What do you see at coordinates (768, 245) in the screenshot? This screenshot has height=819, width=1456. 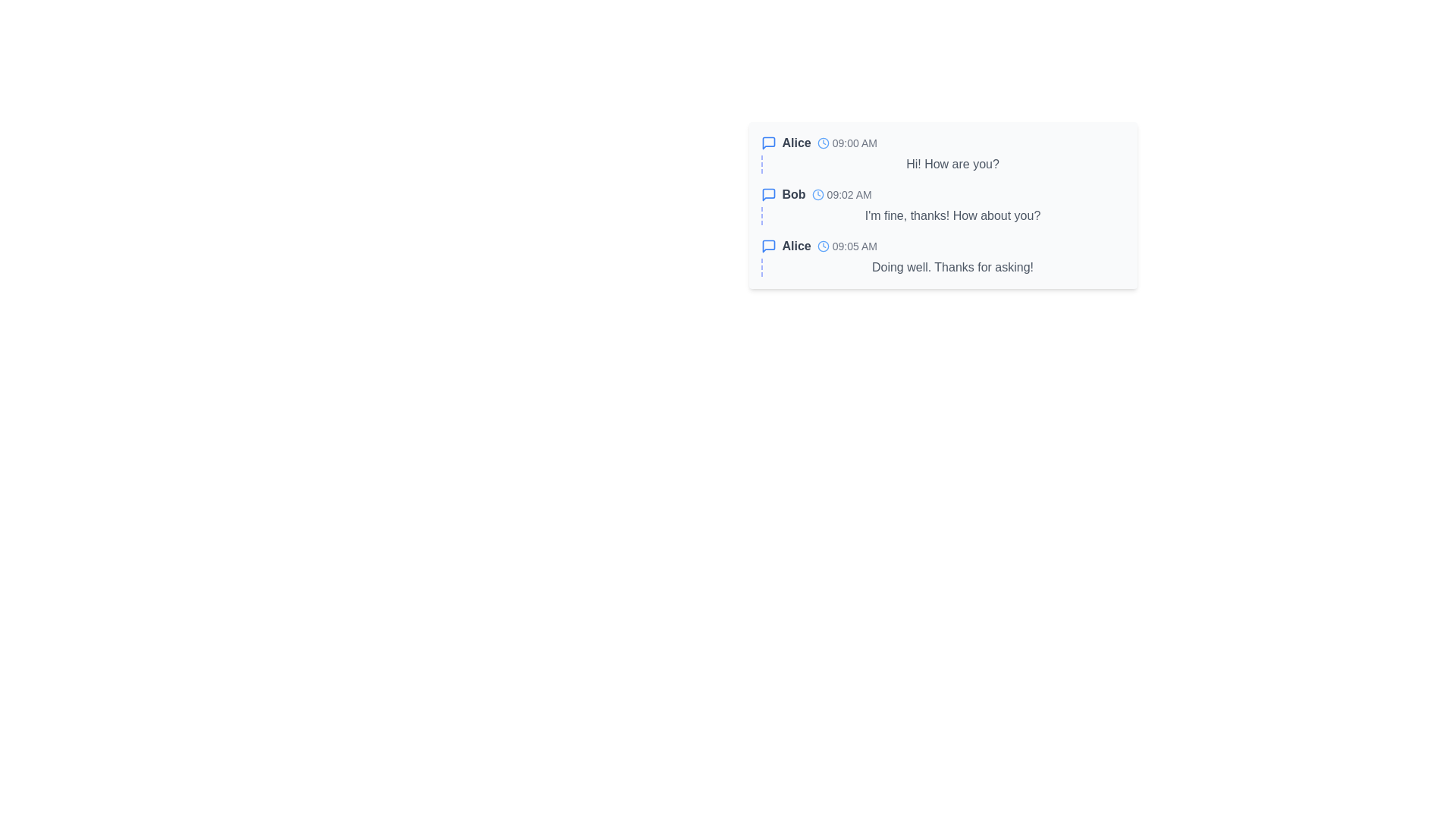 I see `the vector graphic component representing a speech bubble icon next to Alice's message at 09:05 AM in the chat interface` at bounding box center [768, 245].